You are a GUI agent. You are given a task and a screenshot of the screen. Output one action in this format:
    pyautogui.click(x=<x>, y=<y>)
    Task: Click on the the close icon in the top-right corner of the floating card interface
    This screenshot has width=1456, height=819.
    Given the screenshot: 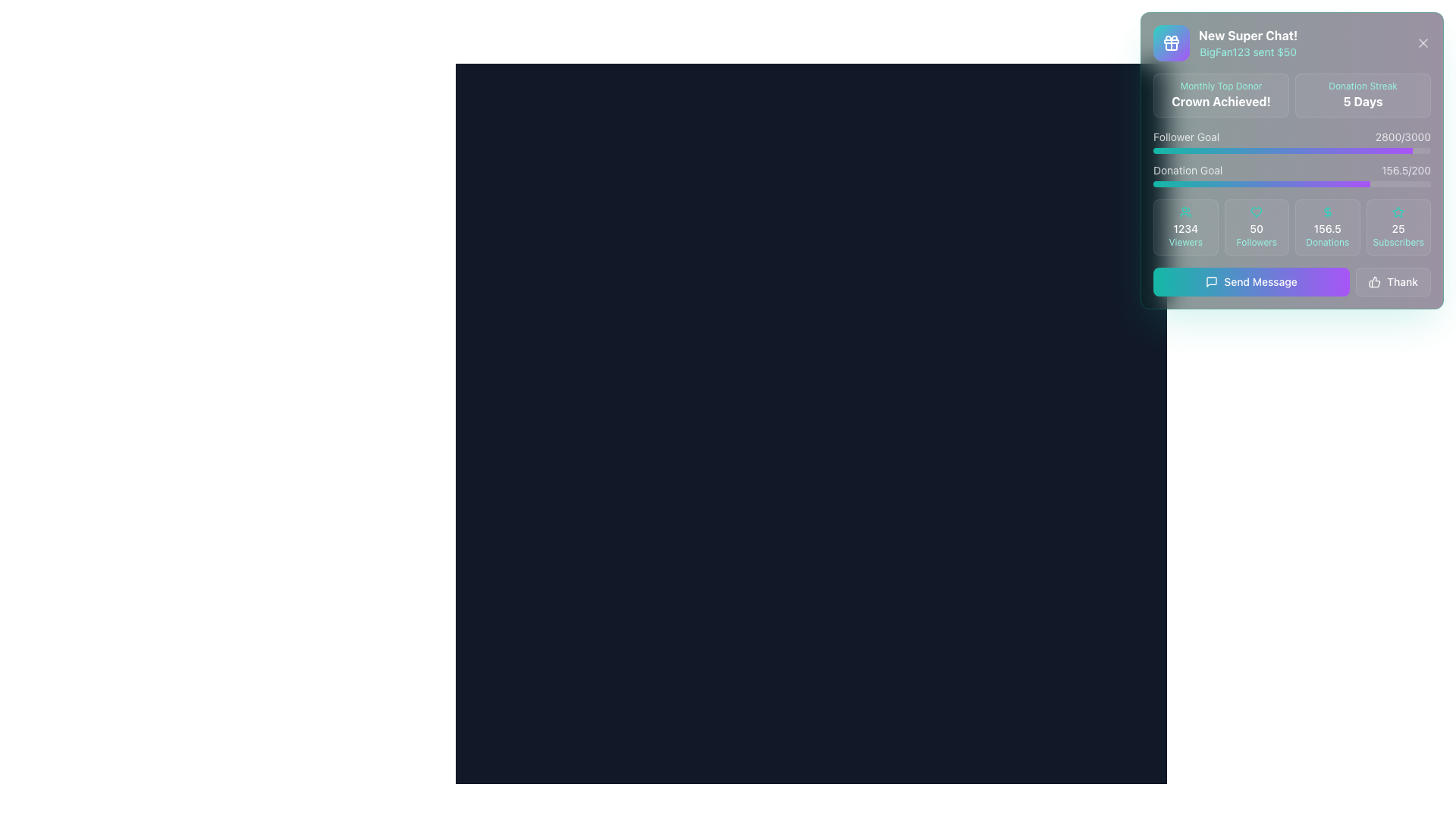 What is the action you would take?
    pyautogui.click(x=1422, y=42)
    